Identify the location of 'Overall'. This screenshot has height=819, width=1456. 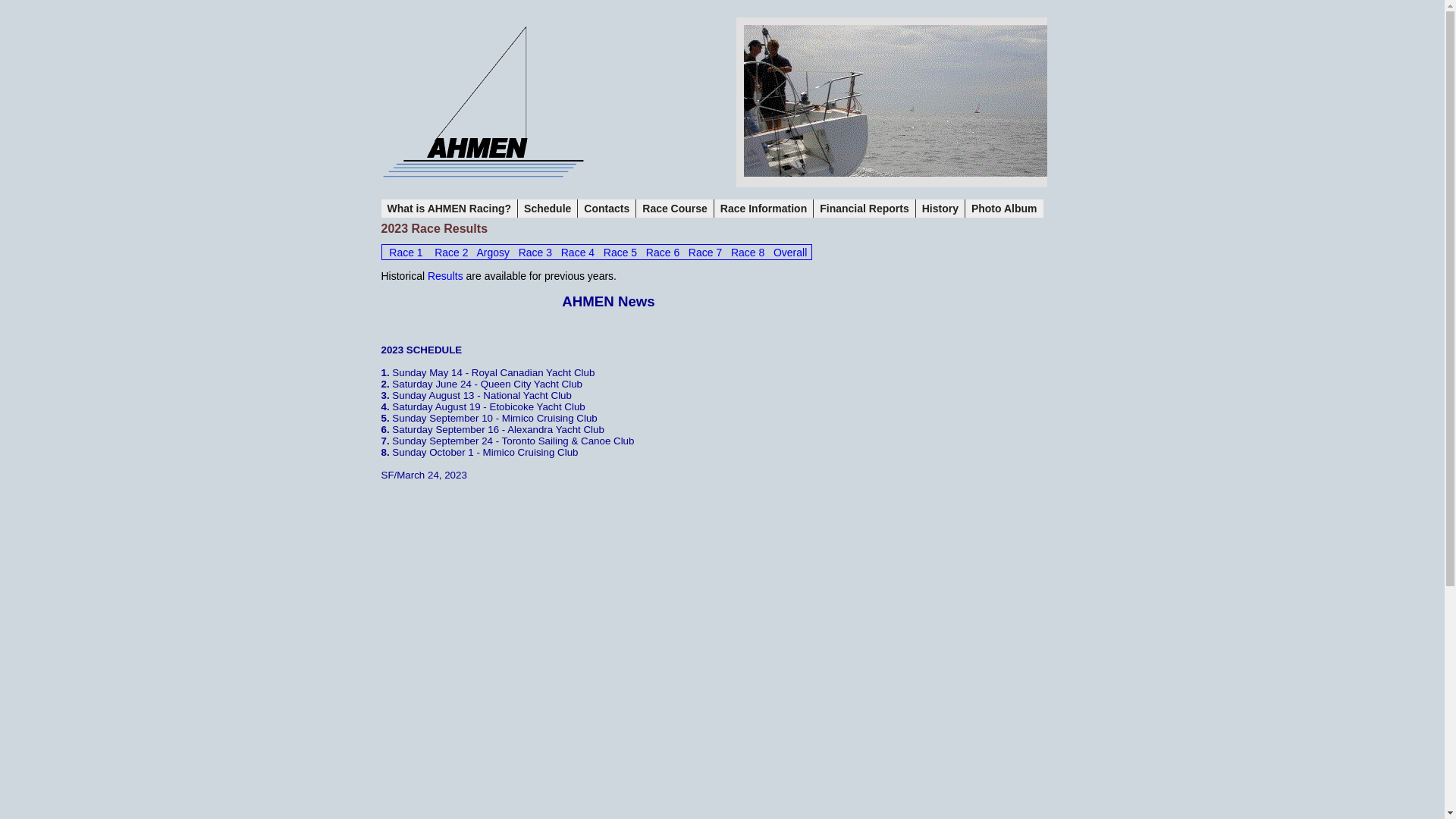
(789, 251).